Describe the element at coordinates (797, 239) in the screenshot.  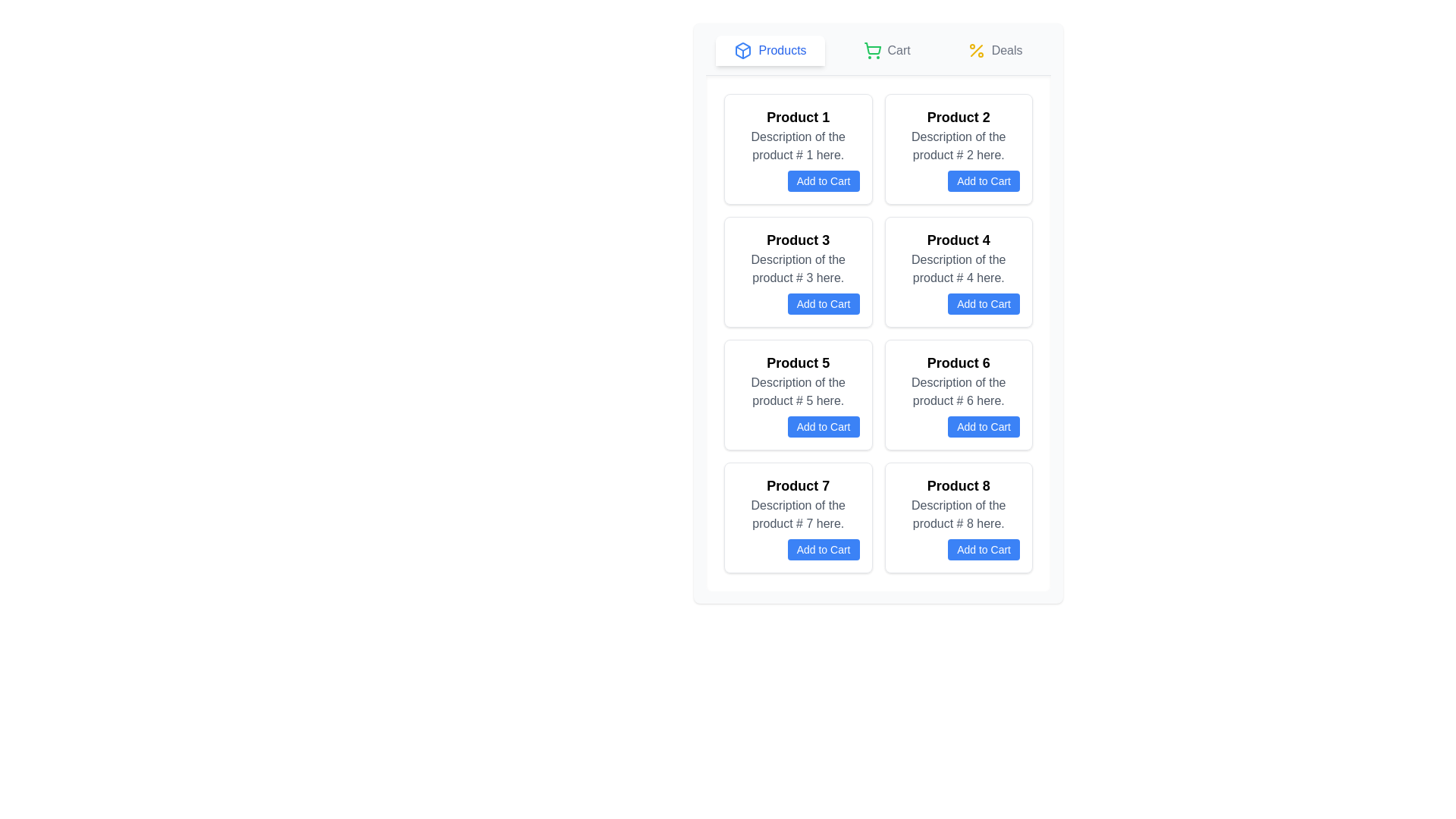
I see `the bold text label reading 'Product 3', which is positioned at the top-center of the third card in the grid layout` at that location.